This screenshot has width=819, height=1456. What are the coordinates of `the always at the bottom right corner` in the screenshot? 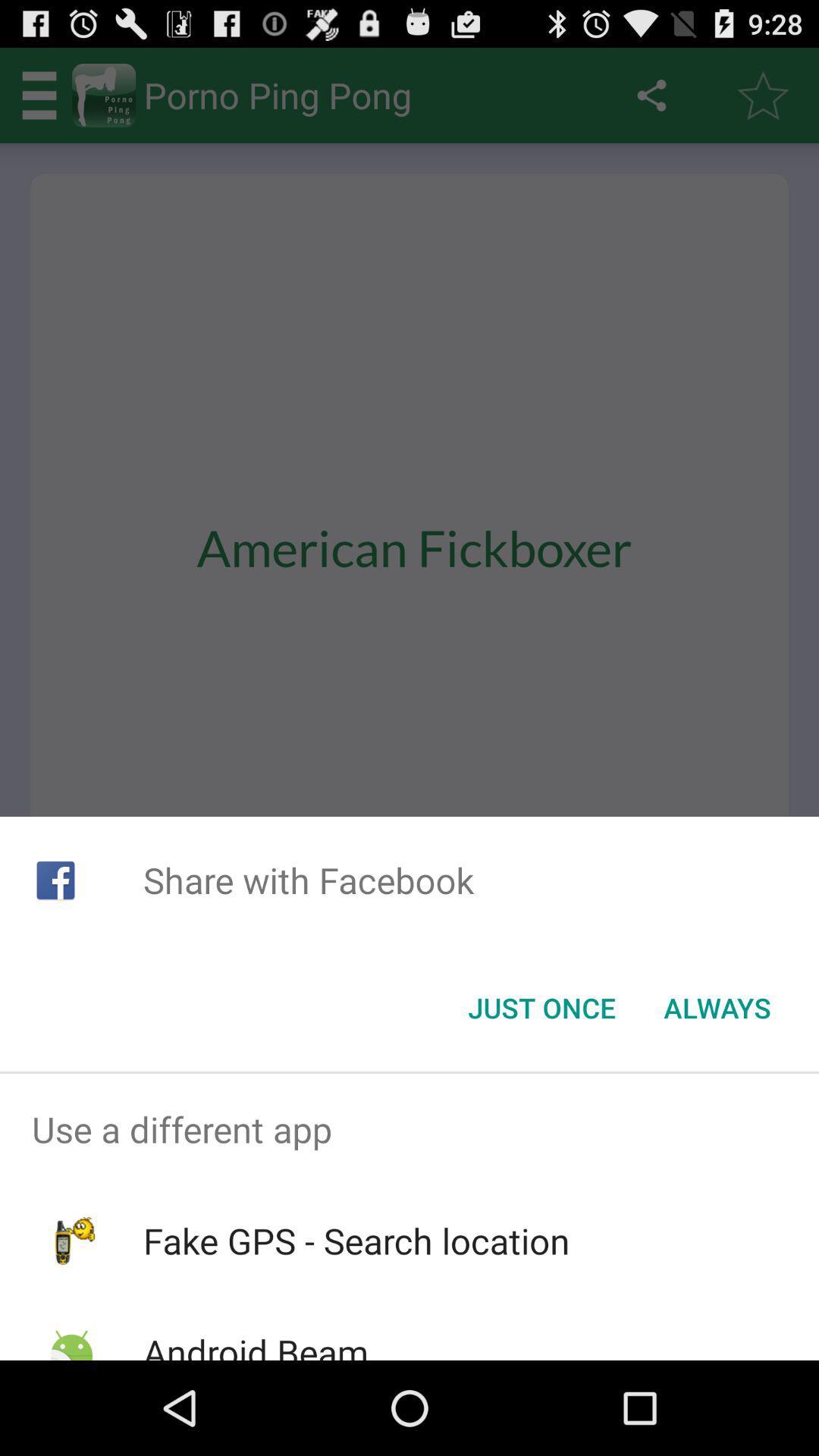 It's located at (717, 1008).